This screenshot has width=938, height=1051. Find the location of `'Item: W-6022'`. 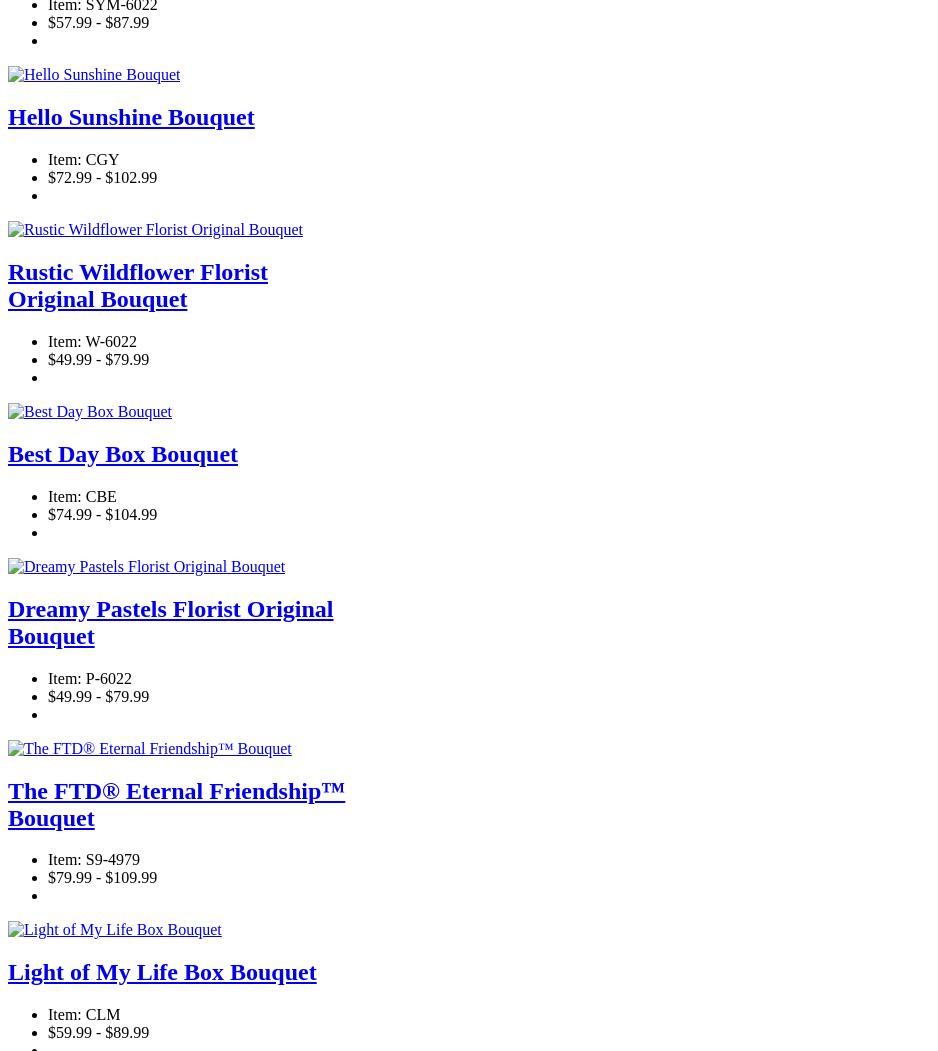

'Item: W-6022' is located at coordinates (92, 341).